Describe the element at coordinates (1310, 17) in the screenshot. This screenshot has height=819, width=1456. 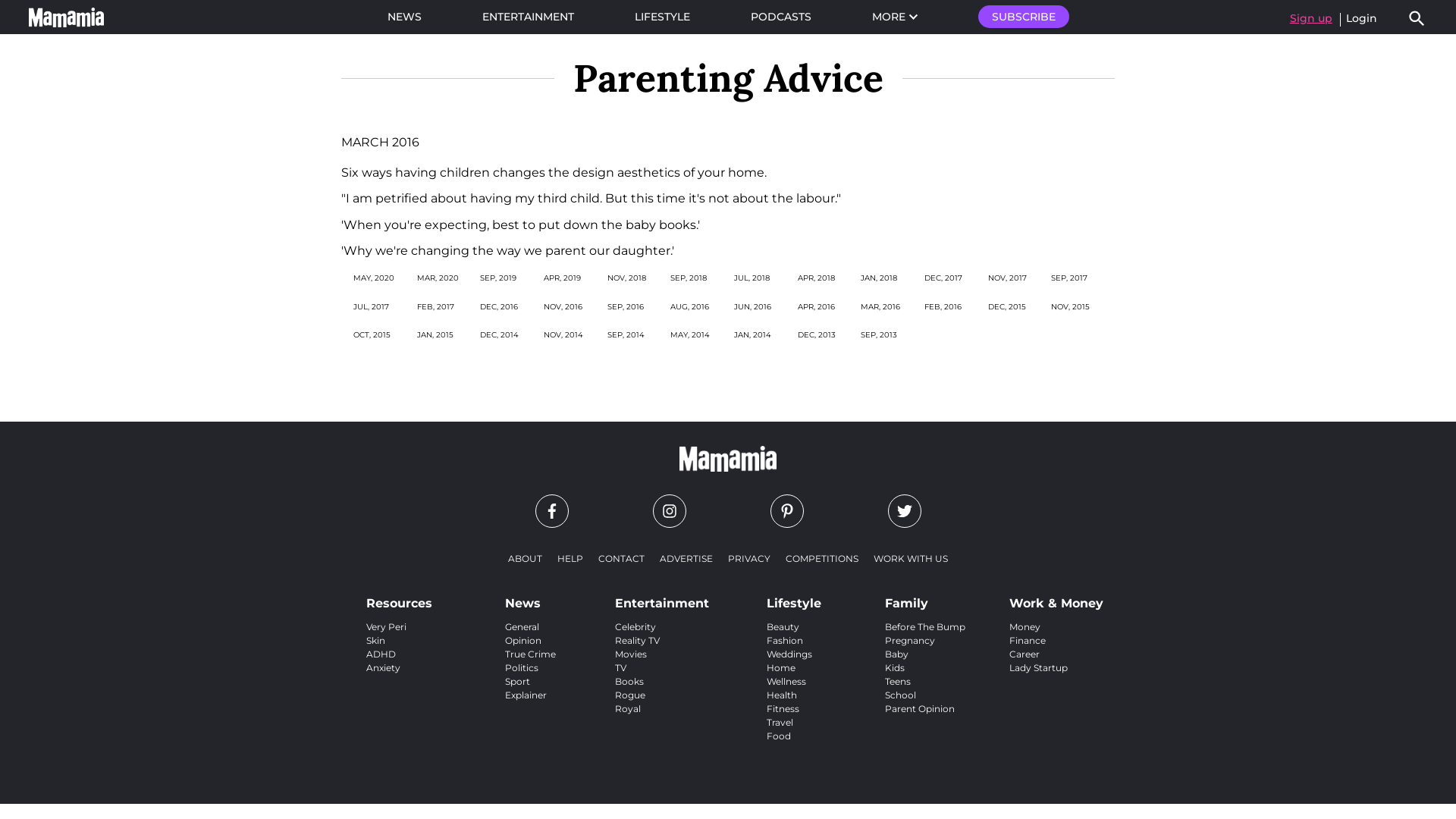
I see `'Sign up'` at that location.